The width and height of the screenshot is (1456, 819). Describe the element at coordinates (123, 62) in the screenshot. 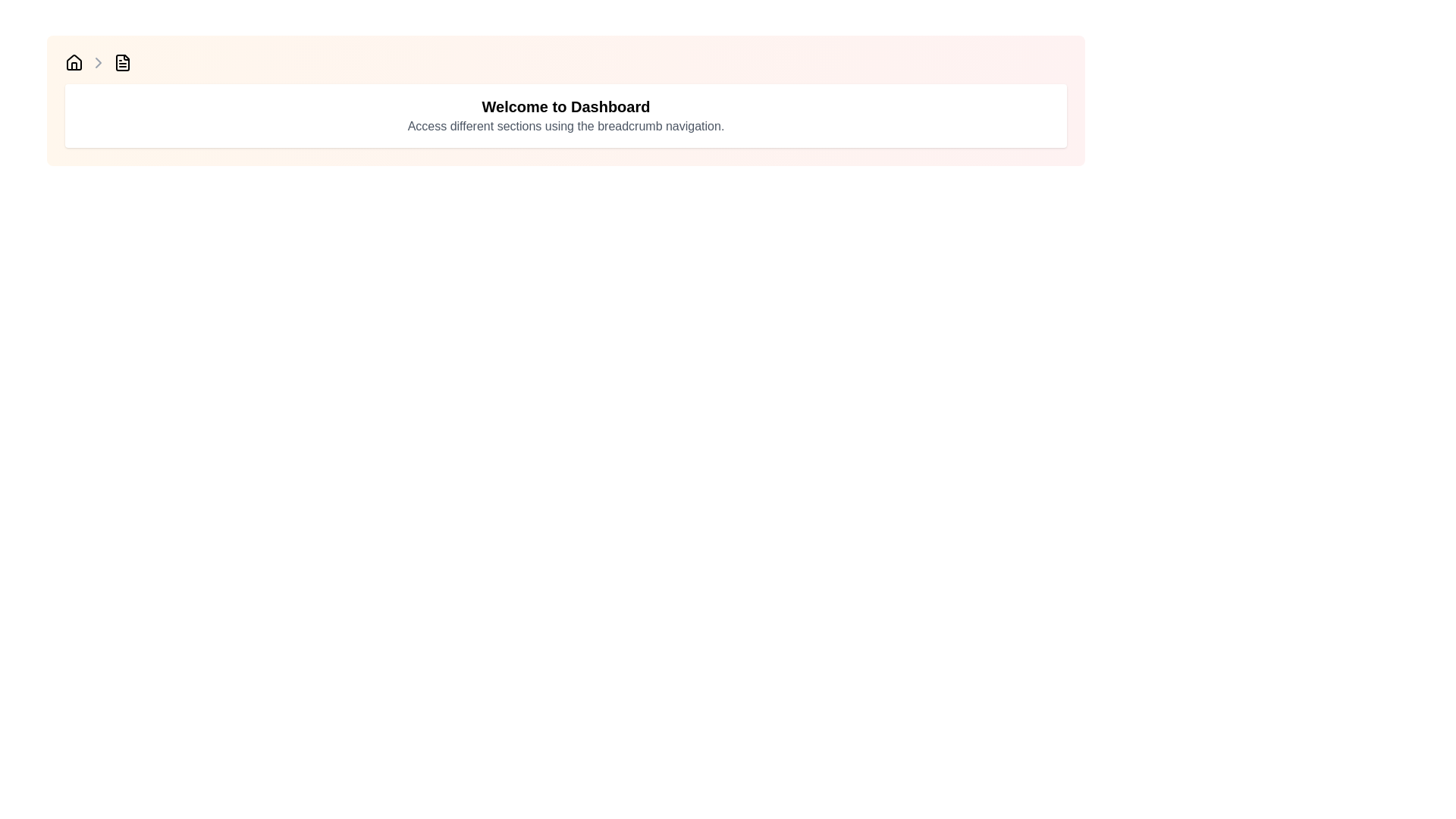

I see `the Icon button in the navigation breadcrumb, which is the second interactive element following the chevron icon (">") and preceding the welcoming dashboard text` at that location.